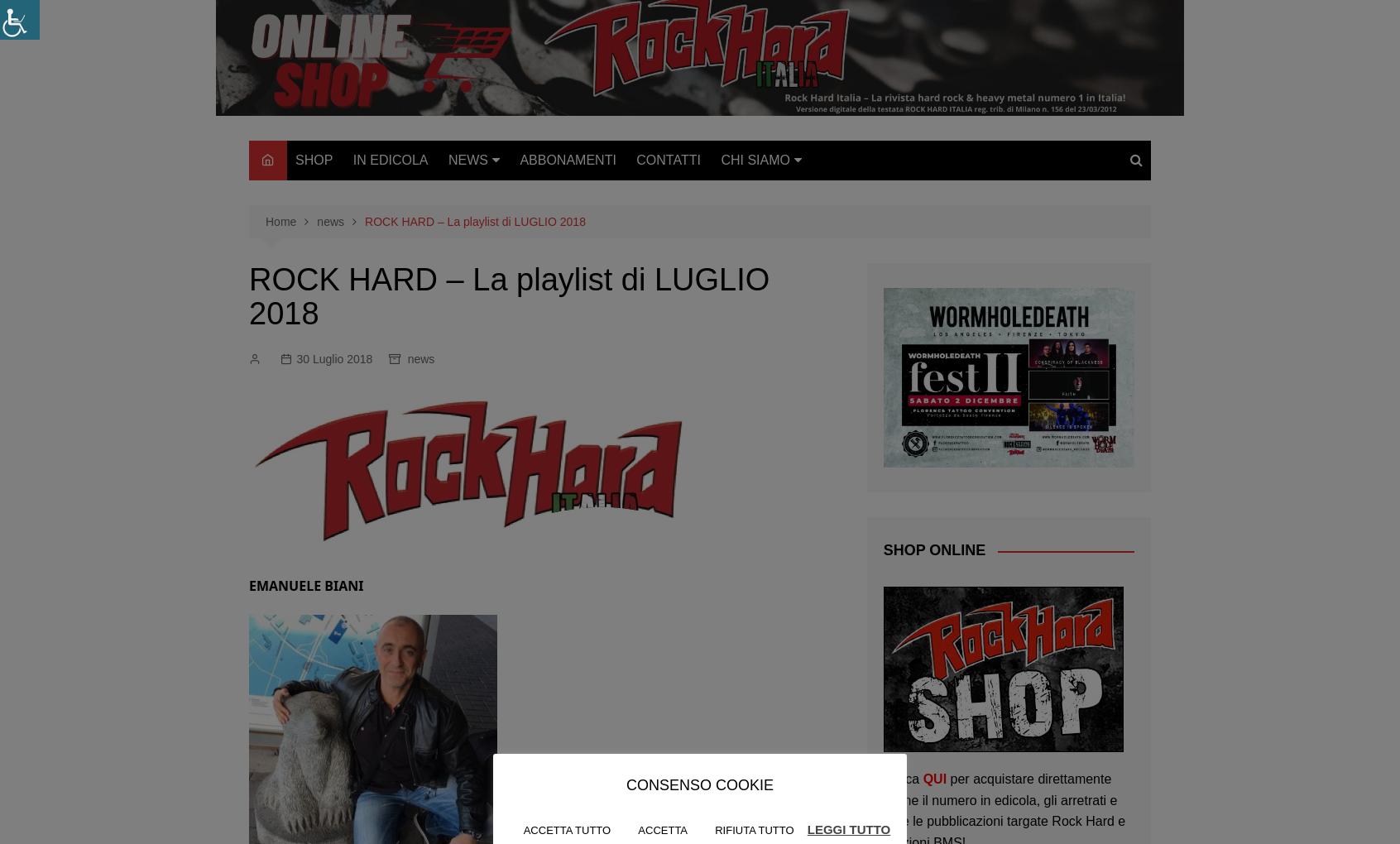 The image size is (1400, 844). I want to click on 'Clicca', so click(903, 777).